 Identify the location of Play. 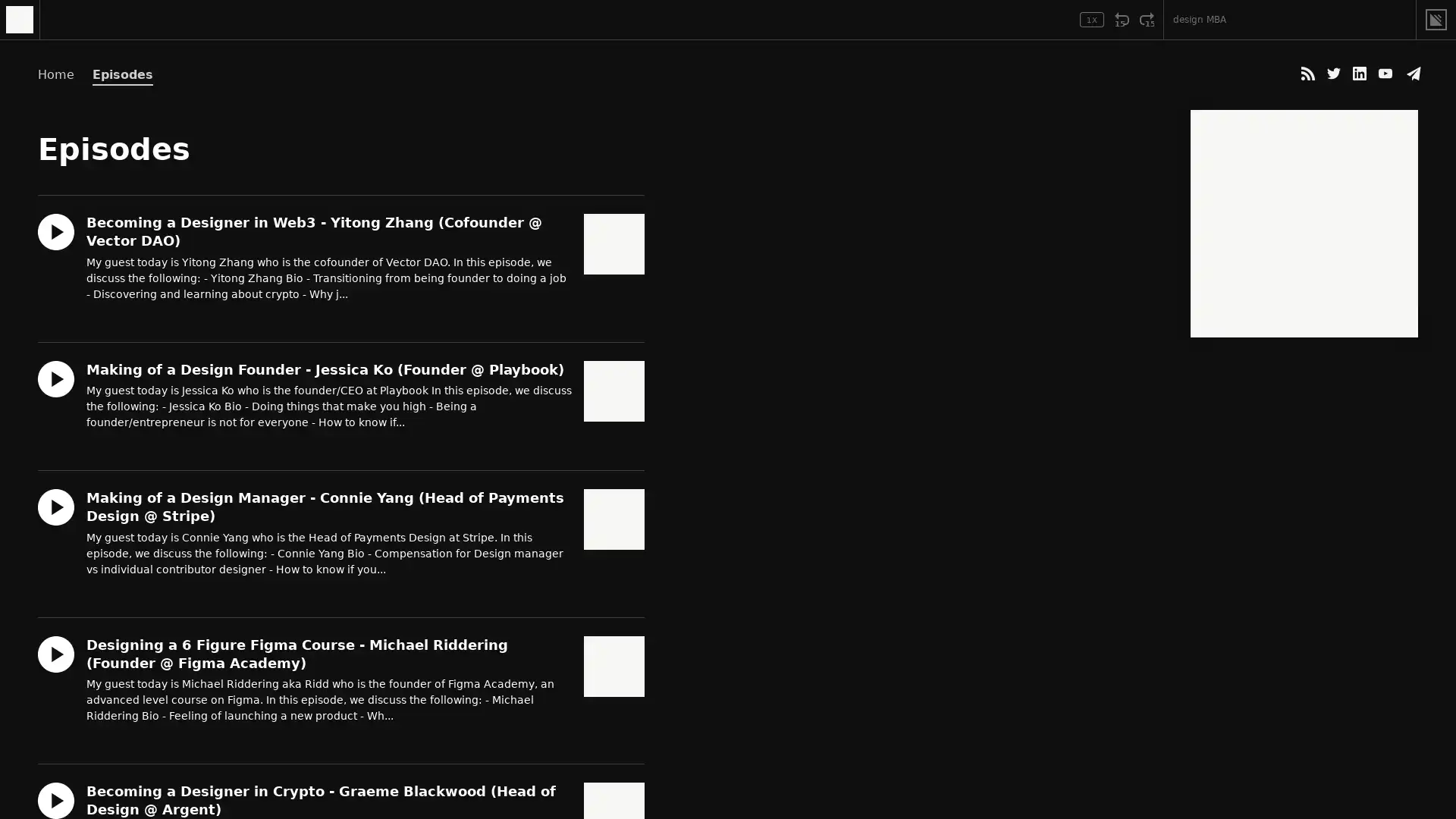
(58, 20).